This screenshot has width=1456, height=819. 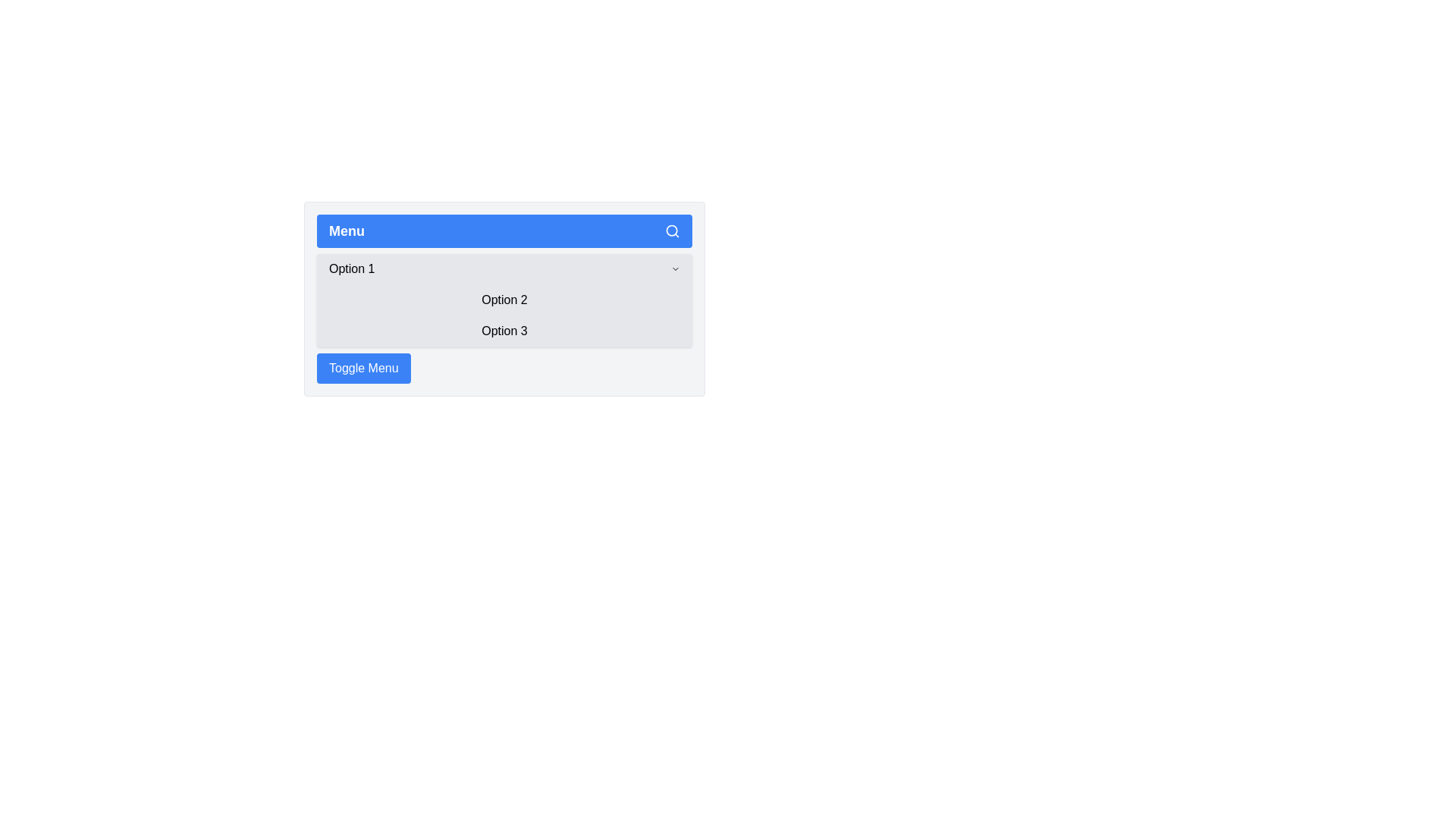 I want to click on one of the options within the Dropdown menu located below the 'Menu' header and above the 'Toggle Menu' button, which has a light gray background and rounded corners, so click(x=504, y=300).